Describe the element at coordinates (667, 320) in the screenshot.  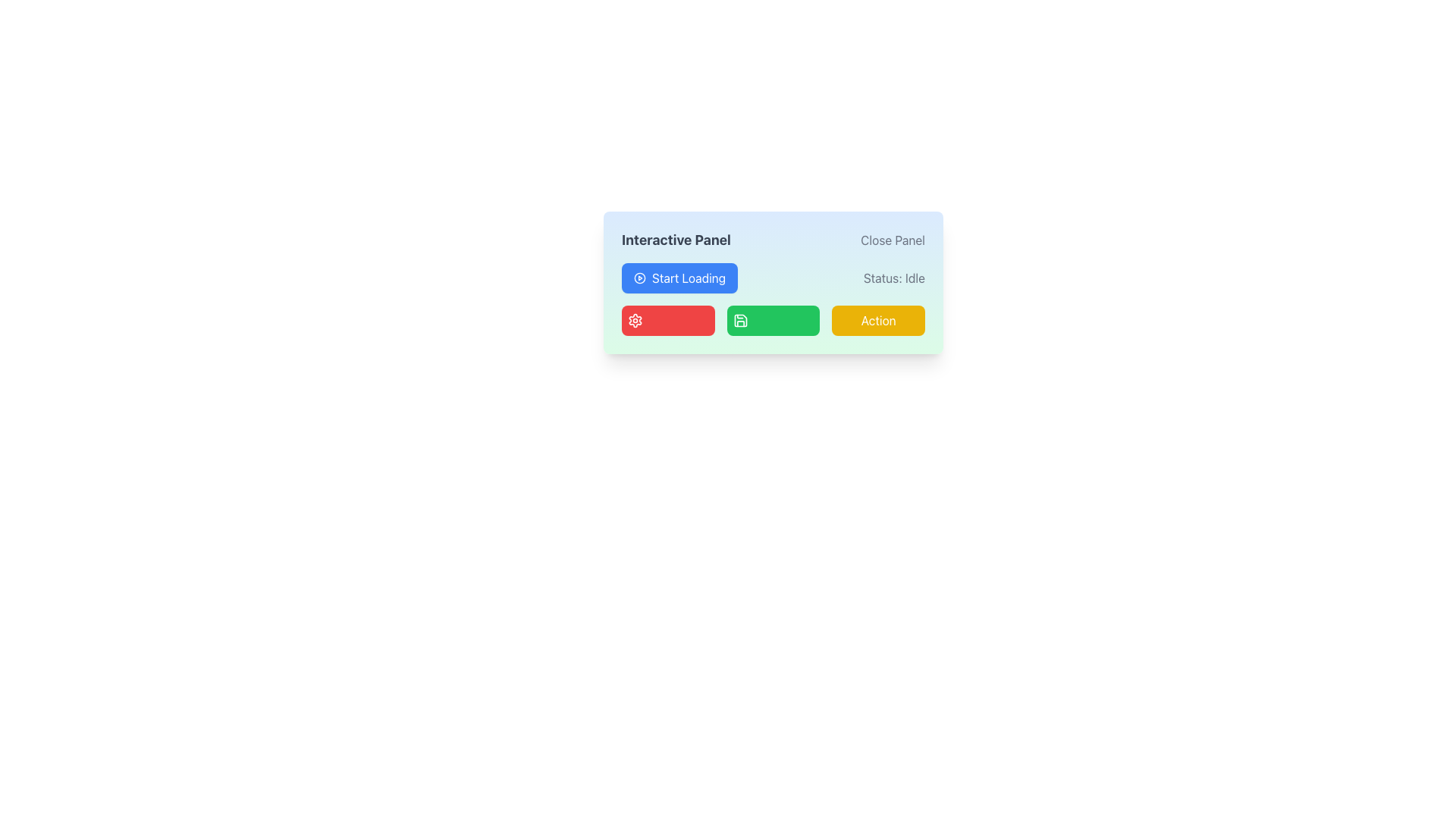
I see `the leftmost rectangular button with a red background and a white gear icon` at that location.